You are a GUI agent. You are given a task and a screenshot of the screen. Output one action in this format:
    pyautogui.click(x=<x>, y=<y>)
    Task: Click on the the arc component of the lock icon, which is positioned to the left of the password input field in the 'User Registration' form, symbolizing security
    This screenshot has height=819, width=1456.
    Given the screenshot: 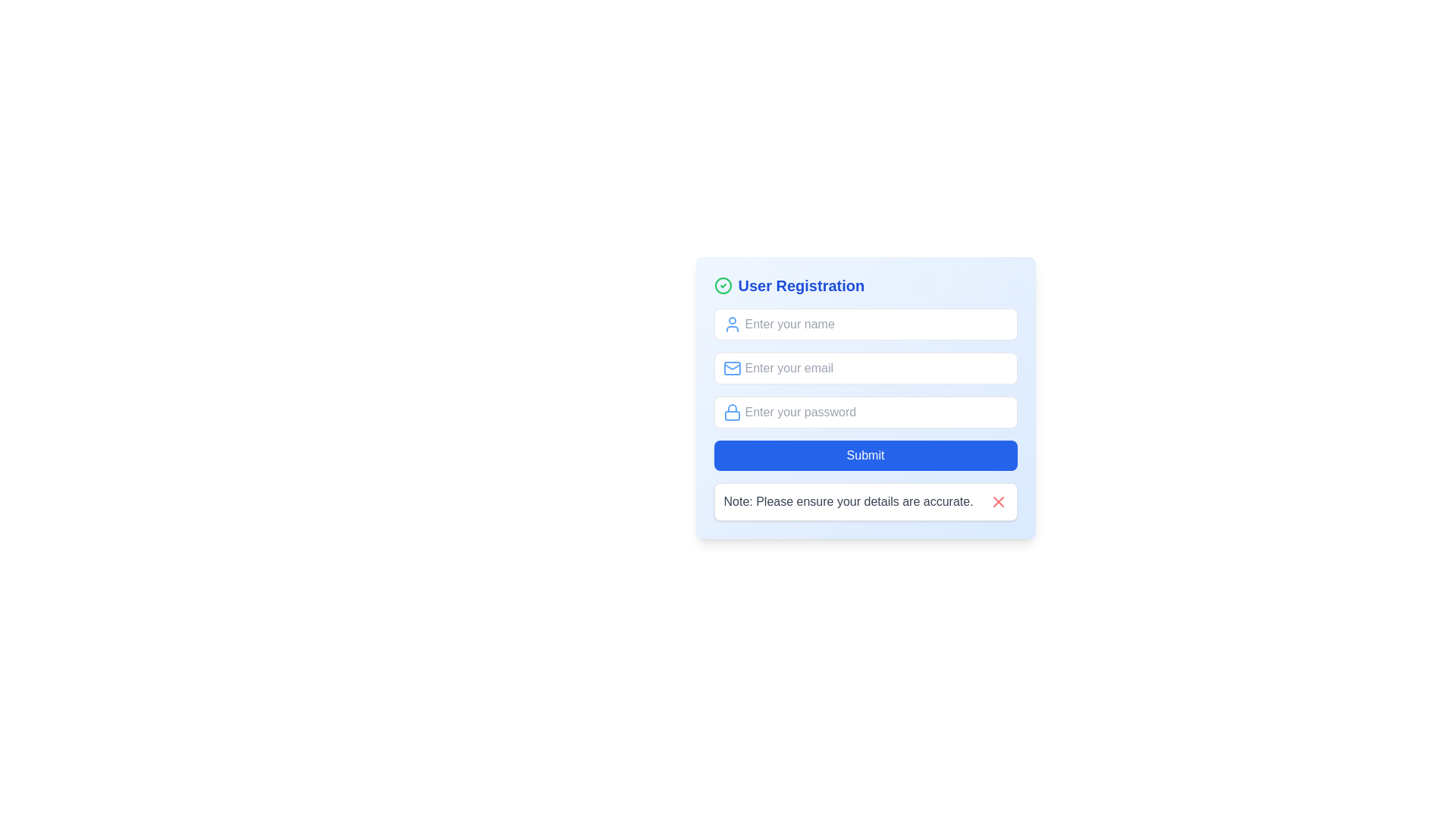 What is the action you would take?
    pyautogui.click(x=732, y=407)
    